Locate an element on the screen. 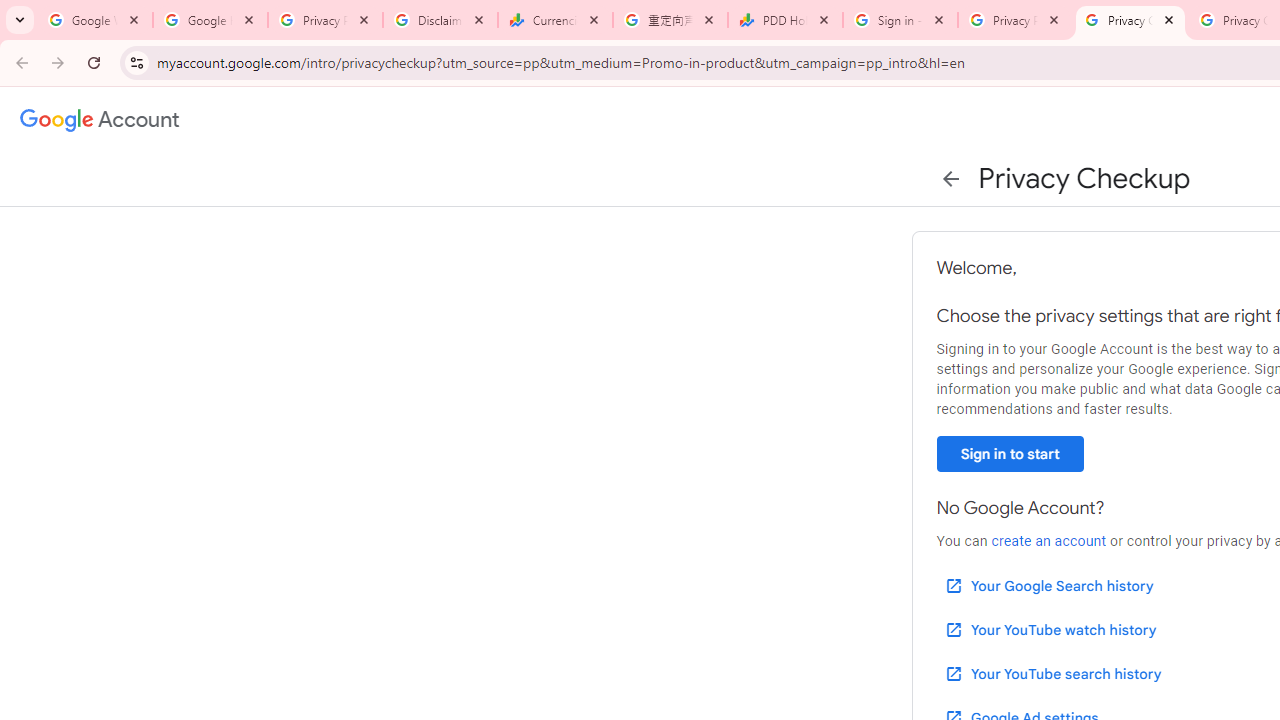 The width and height of the screenshot is (1280, 720). 'Sign in - Google Accounts' is located at coordinates (899, 20).